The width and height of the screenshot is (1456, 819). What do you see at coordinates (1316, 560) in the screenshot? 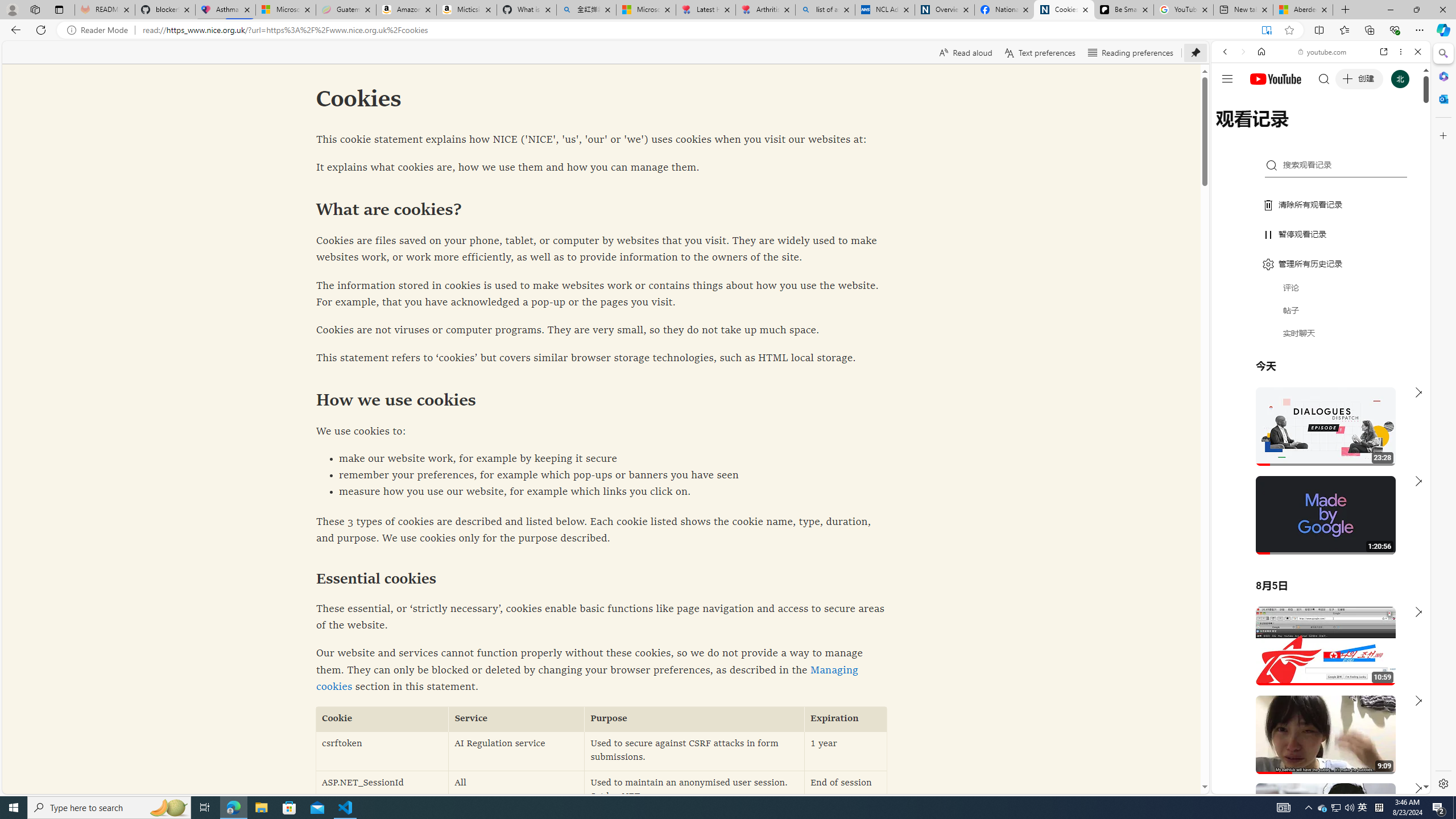
I see `'YouTube - YouTube'` at bounding box center [1316, 560].